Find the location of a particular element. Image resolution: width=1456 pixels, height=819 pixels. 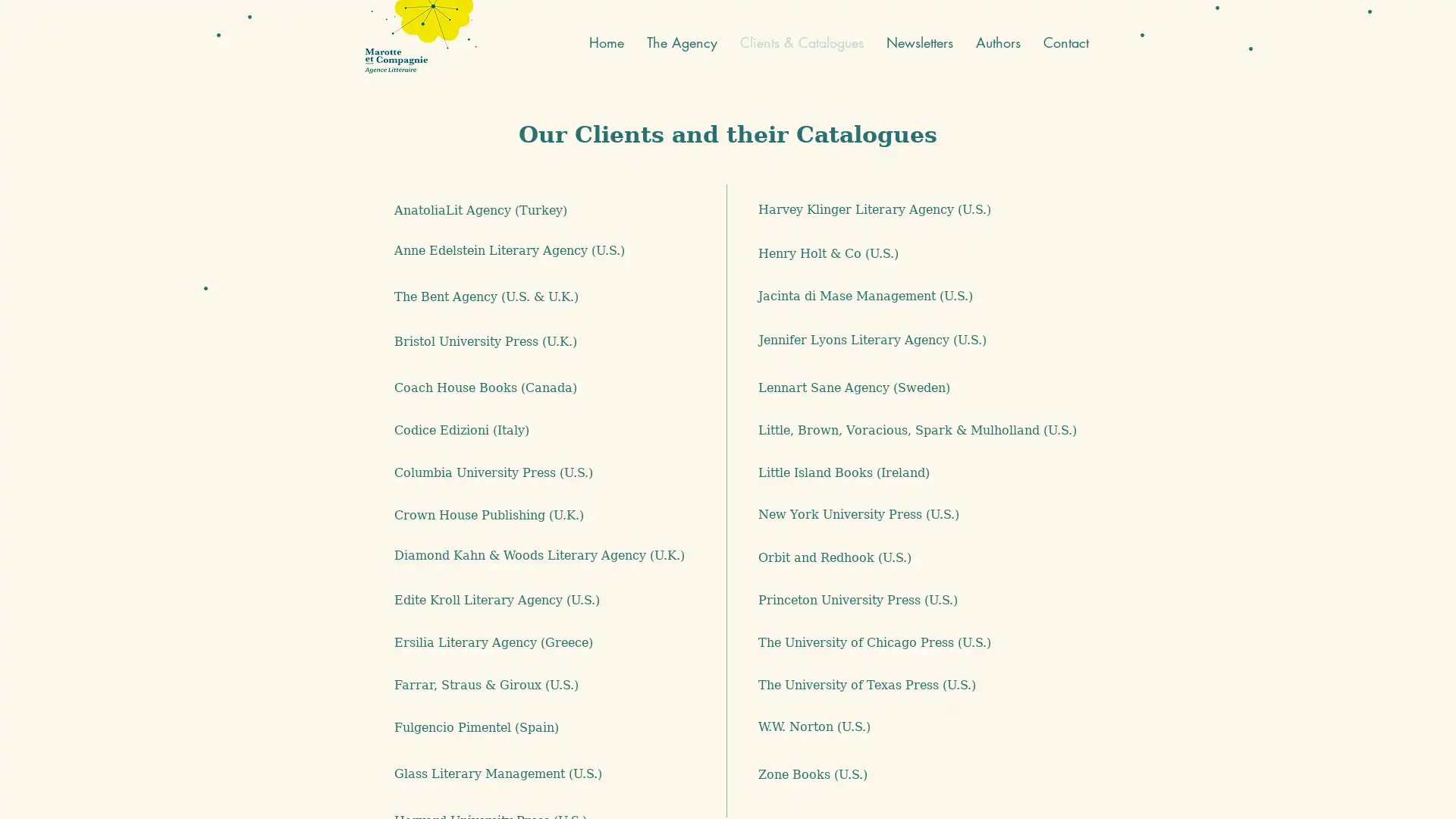

French is located at coordinates (506, 42).